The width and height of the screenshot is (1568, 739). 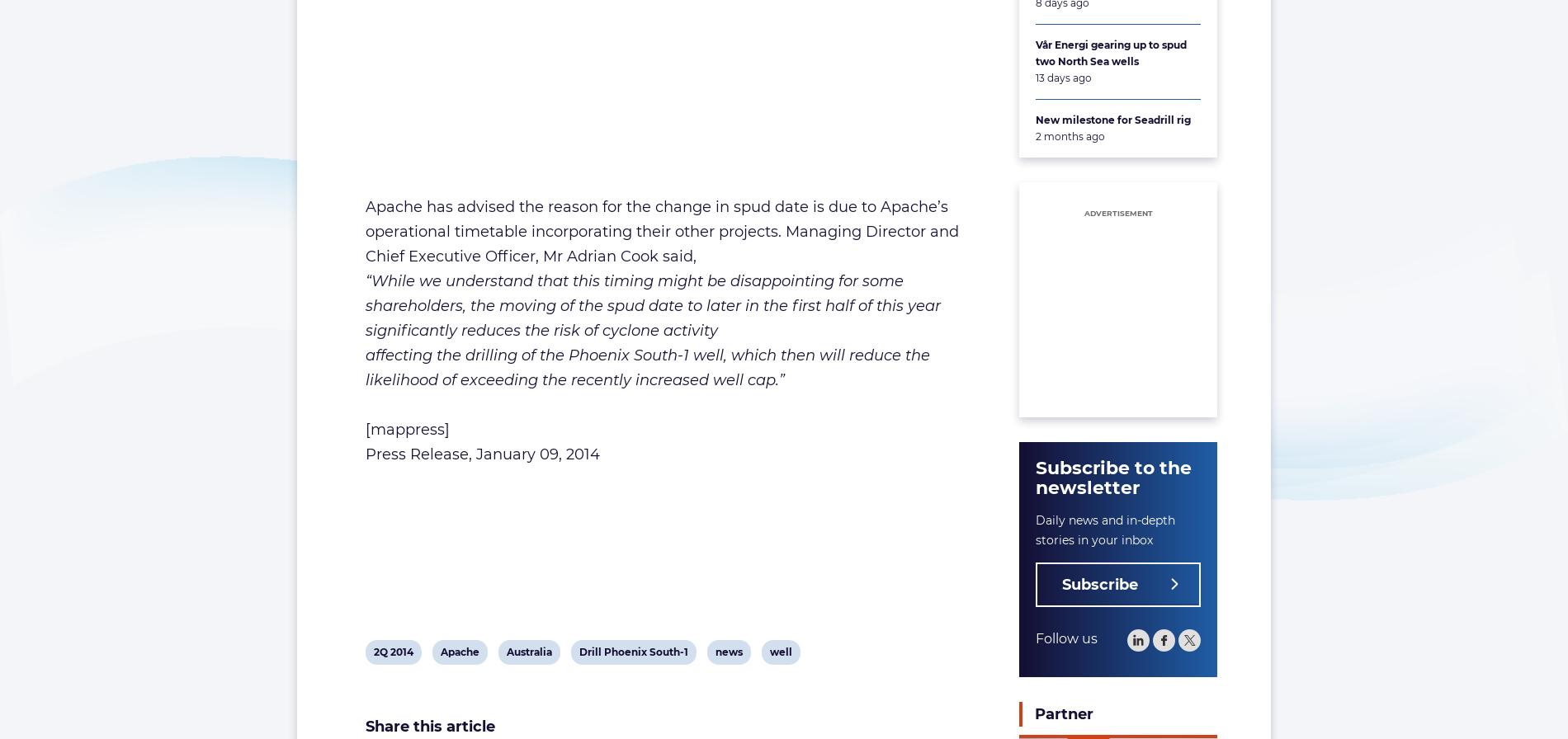 I want to click on 'Subscribe', so click(x=1099, y=584).